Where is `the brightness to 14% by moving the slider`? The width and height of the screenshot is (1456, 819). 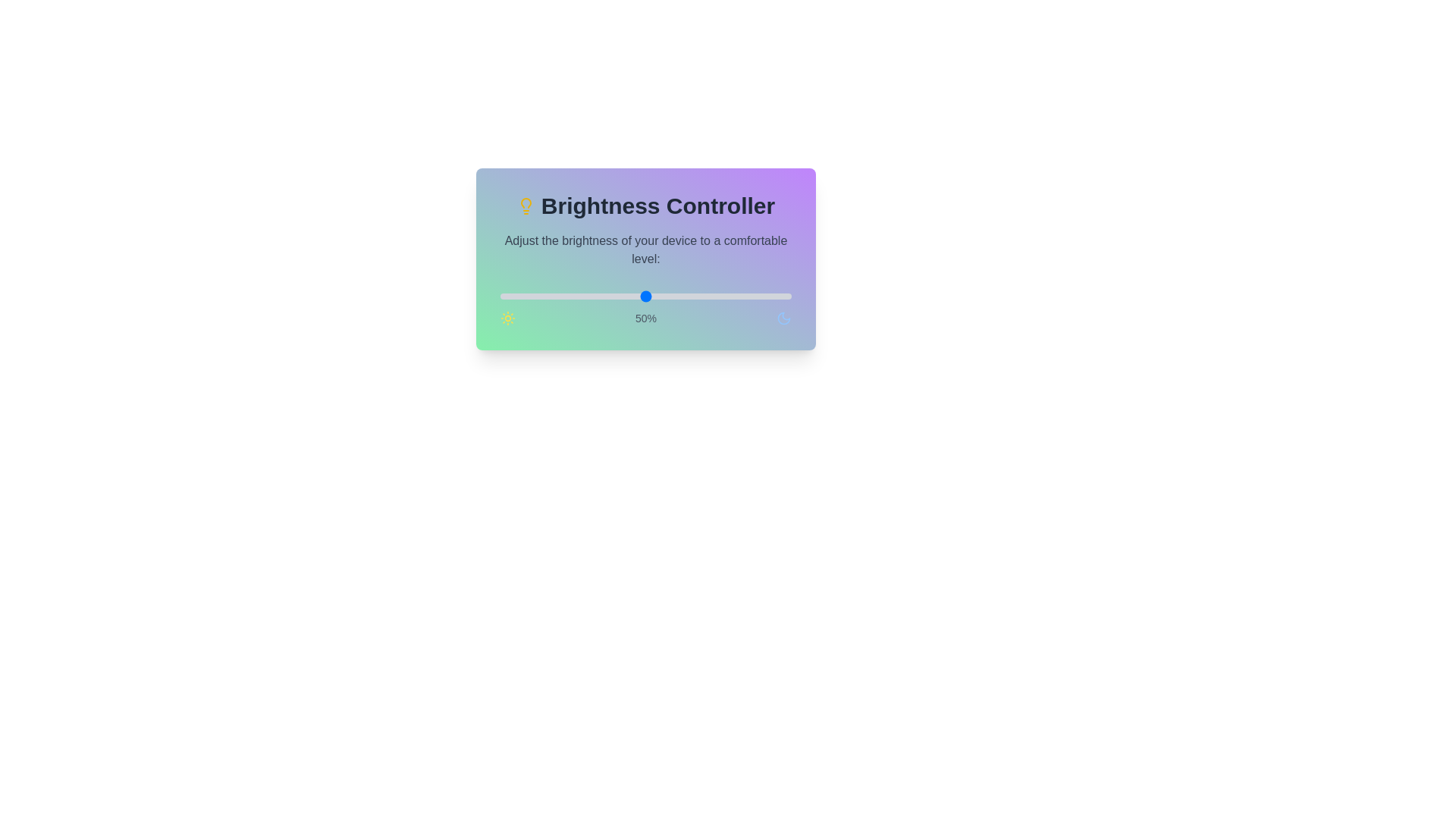
the brightness to 14% by moving the slider is located at coordinates (541, 296).